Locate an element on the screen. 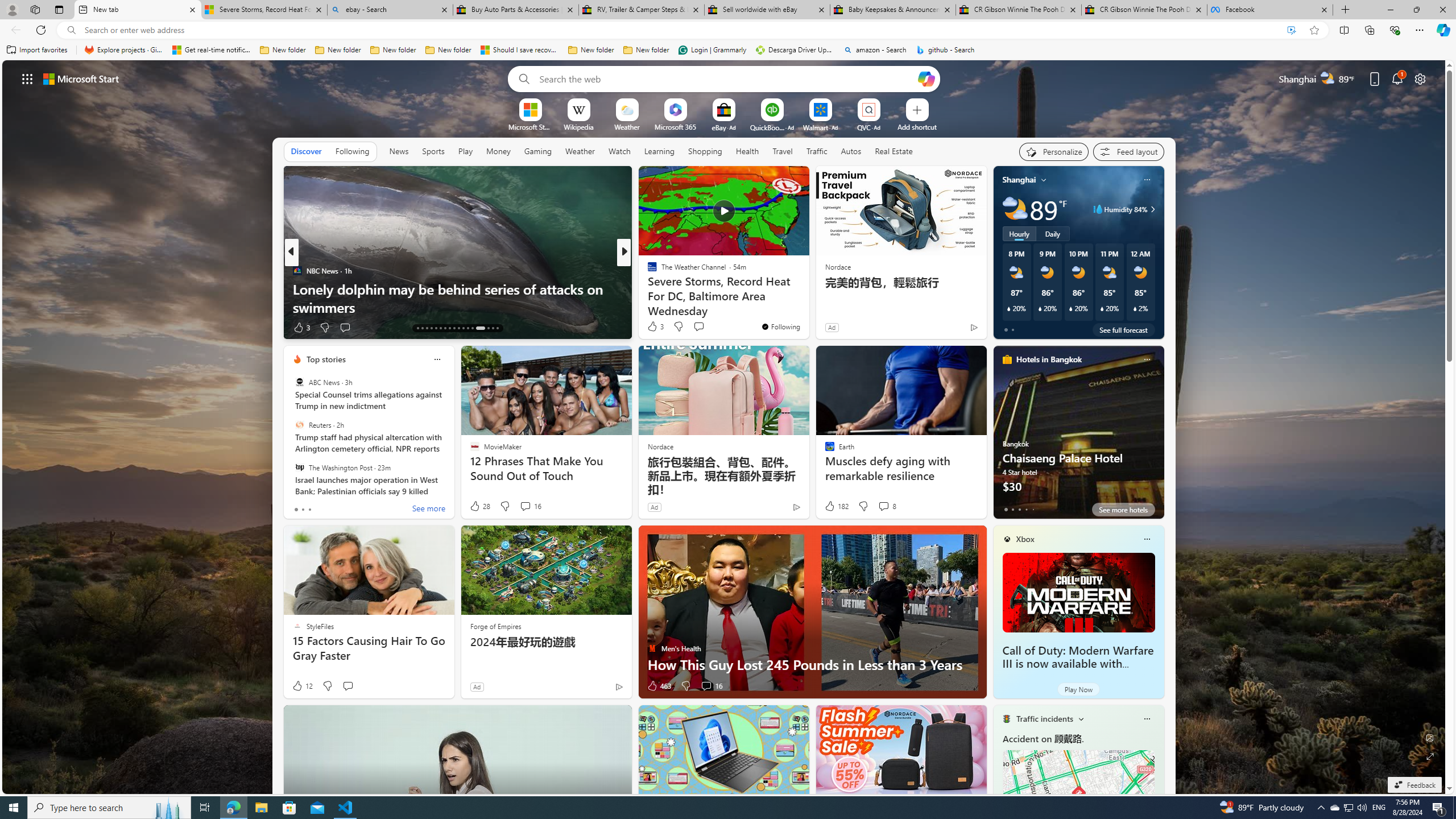 This screenshot has height=819, width=1456. 'AutomationID: tab-16' is located at coordinates (431, 328).